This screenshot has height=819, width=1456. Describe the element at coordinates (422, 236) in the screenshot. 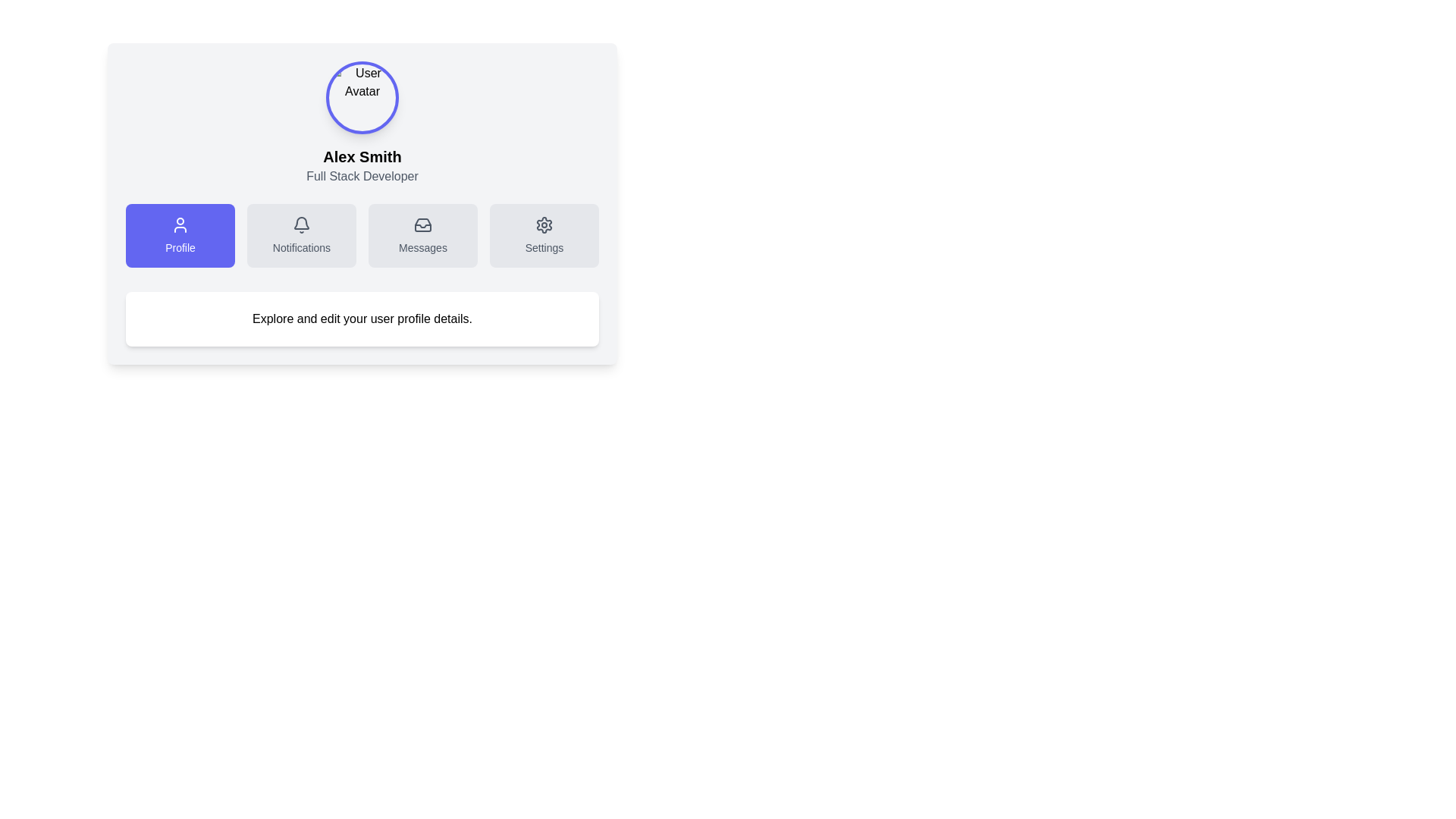

I see `the 'Messages' navigation button to observe a background color change` at that location.